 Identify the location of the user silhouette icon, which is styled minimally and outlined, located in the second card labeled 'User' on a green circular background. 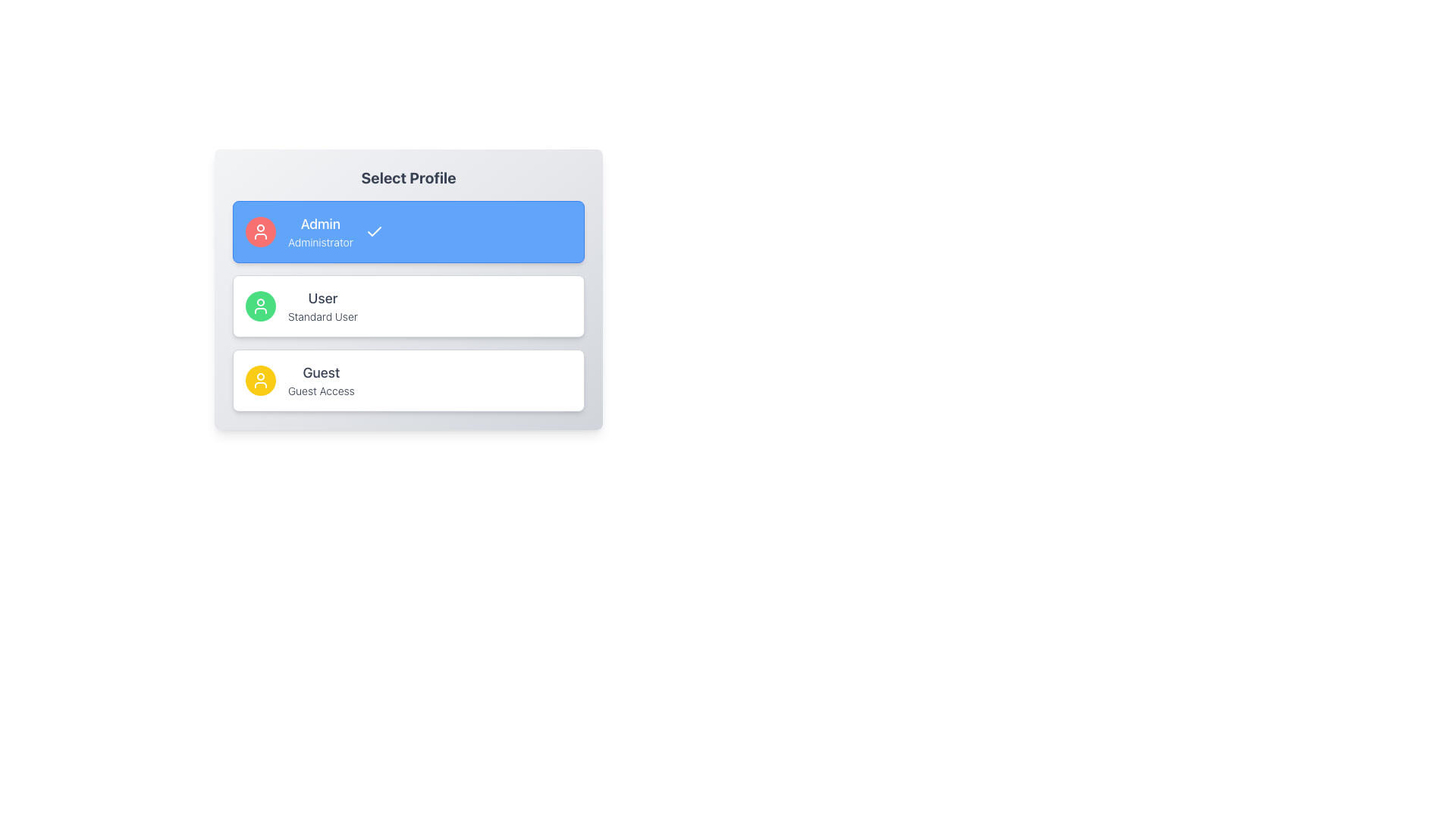
(261, 306).